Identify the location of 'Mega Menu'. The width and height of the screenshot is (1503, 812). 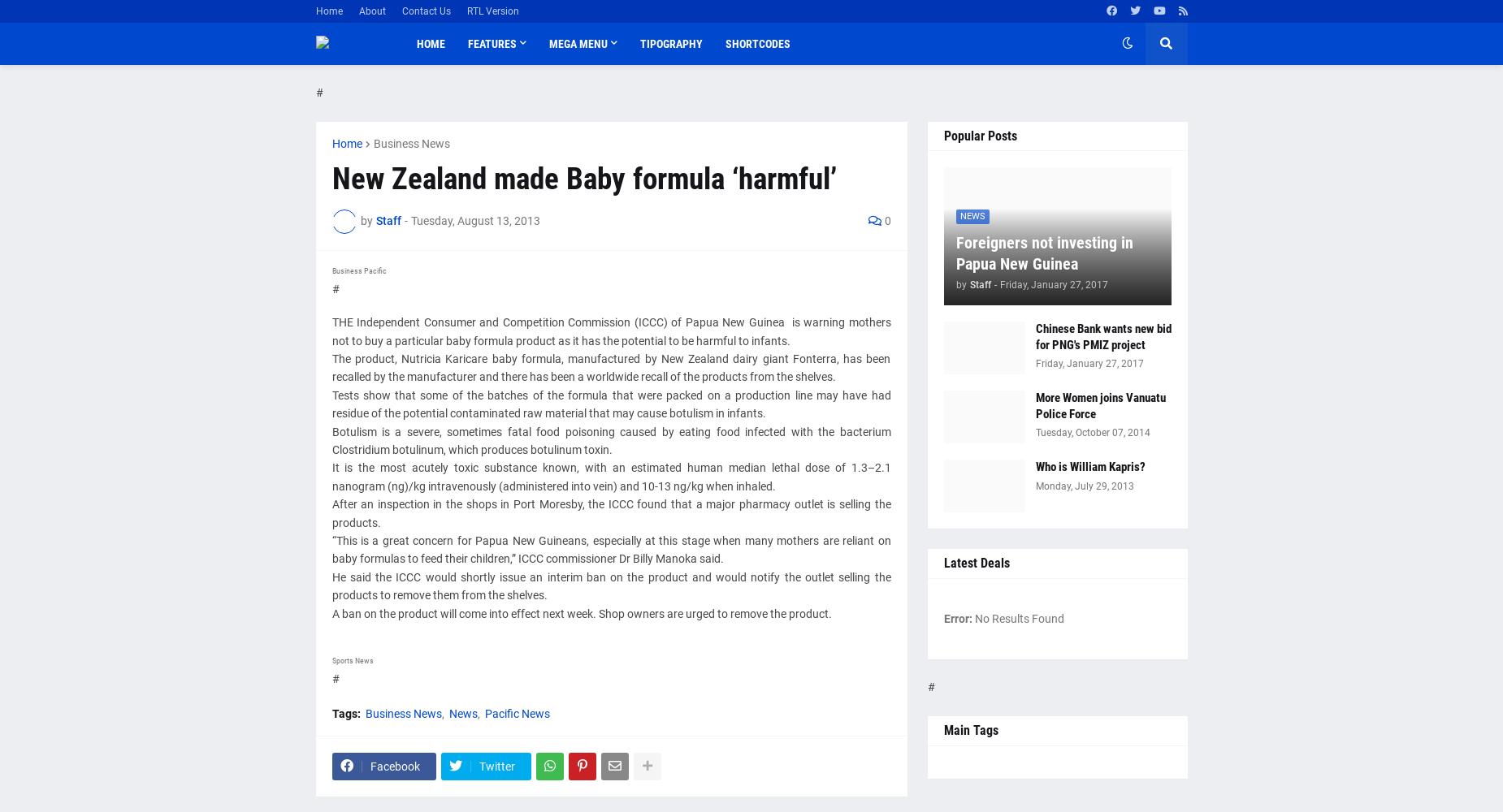
(577, 44).